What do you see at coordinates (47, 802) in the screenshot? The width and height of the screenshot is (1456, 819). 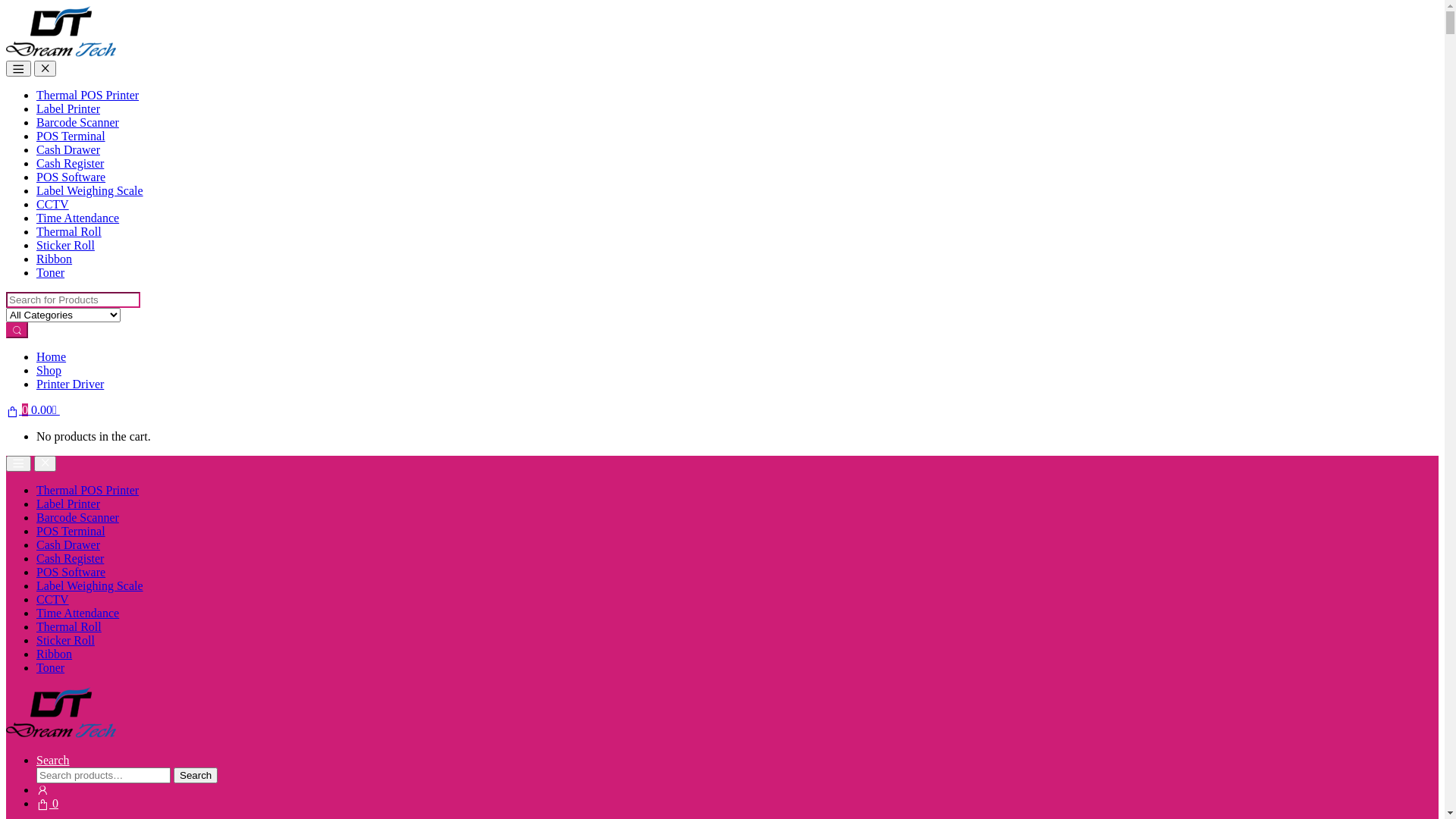 I see `'0'` at bounding box center [47, 802].